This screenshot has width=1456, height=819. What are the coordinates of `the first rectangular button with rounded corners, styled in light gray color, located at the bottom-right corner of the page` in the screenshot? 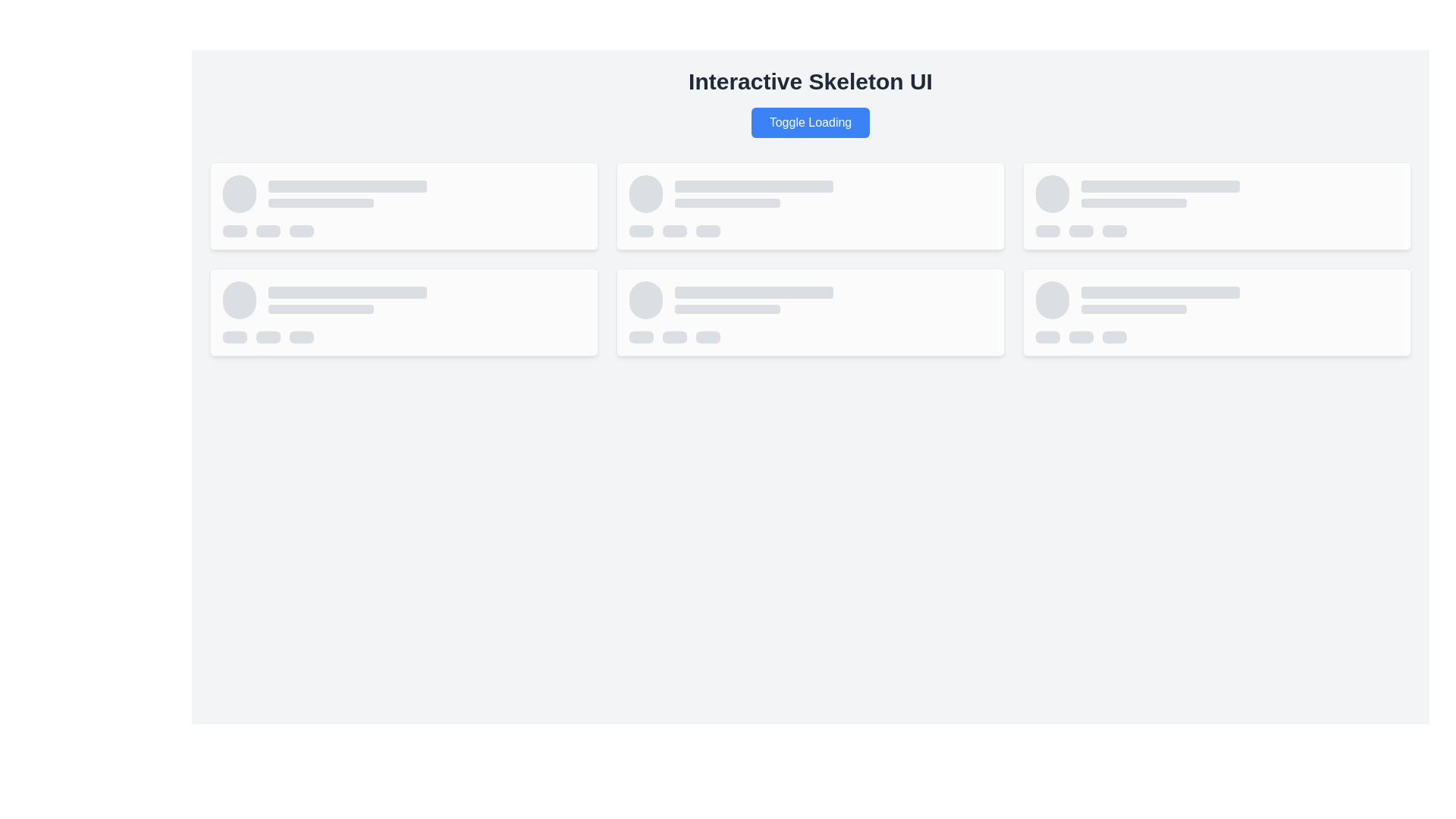 It's located at (1047, 336).